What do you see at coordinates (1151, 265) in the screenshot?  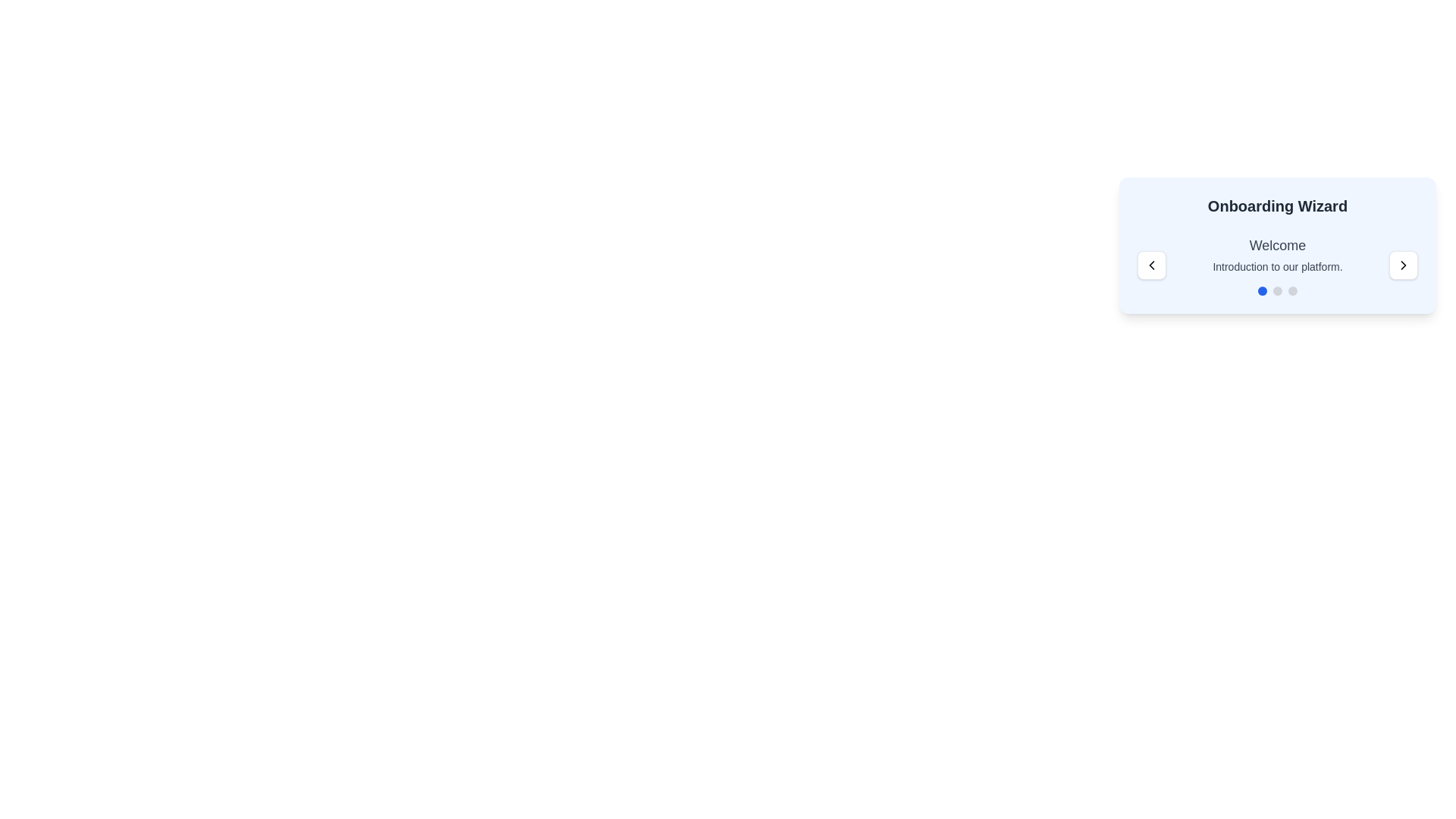 I see `the left-facing chevron button` at bounding box center [1151, 265].